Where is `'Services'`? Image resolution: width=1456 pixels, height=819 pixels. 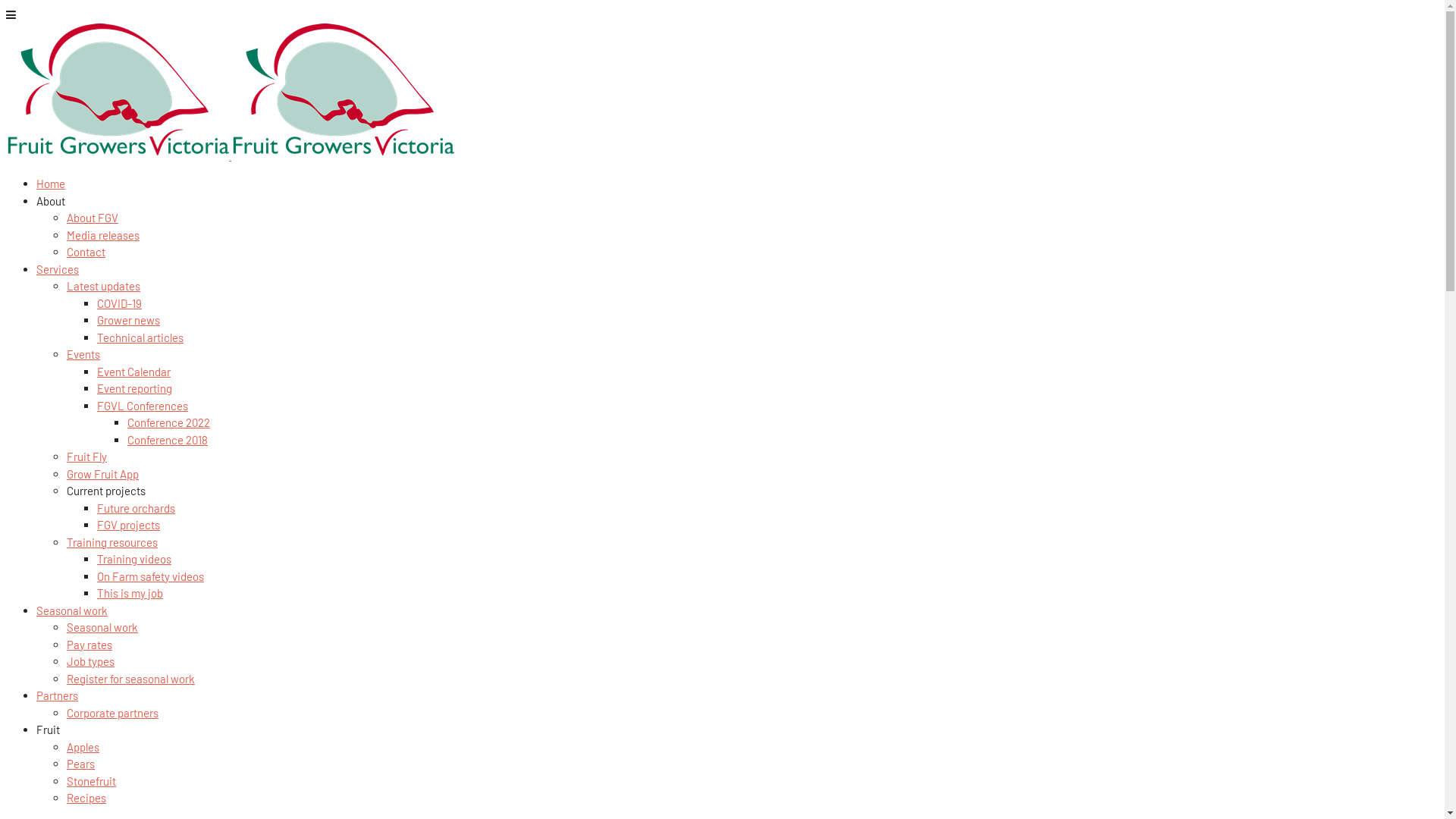
'Services' is located at coordinates (36, 268).